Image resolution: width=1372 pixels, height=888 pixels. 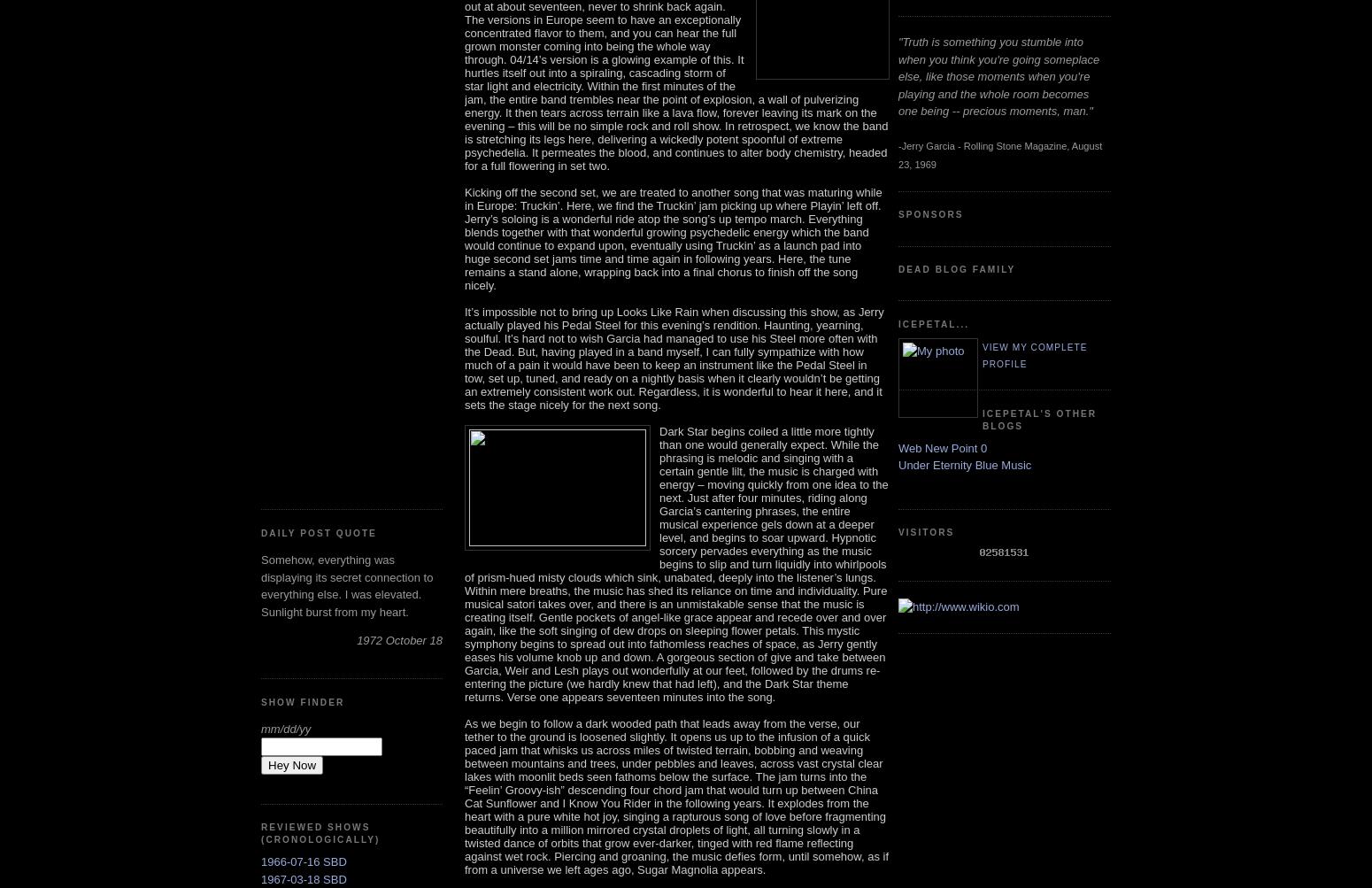 What do you see at coordinates (675, 563) in the screenshot?
I see `'Dark Star begins coiled a little more tightly than one would generally expect. While the phrasing is melodic and singing with a certain gentle lilt, the music is charged with energy – moving quickly from one idea to the next. Just after four minutes, riding along Garcia’s cantering phrases, the entire musical experience gels down at a deeper level, and begins to soar upward. Hypnotic sorcery pervades everything as the music begins to slip and turn liquidly into whirlpools of prism-hued misty clouds which sink, unabated, deeply into the listener’s lungs. Within mere breaths, the music has shed its reliance on time and individuality. Pure musical satori takes over, and there is an unmistakable sense that the music is creating itself. Gentle pockets of angel-like grace appear and recede over and over again, like the soft singing of dew drops on sleeping flower petals. This mystic symphony begins to spread out into fathomless reaches of space, as Jerry gently eases his volume knob up and down. A gorgeous section of give and take between Garcia, Weir and Lesh plays out wonderfully at our feet, followed by the drums re-entering the picture (we hardly knew that had left), and the Dark Star theme returns. Verse one appears seventeen minutes into the song.'` at bounding box center [675, 563].